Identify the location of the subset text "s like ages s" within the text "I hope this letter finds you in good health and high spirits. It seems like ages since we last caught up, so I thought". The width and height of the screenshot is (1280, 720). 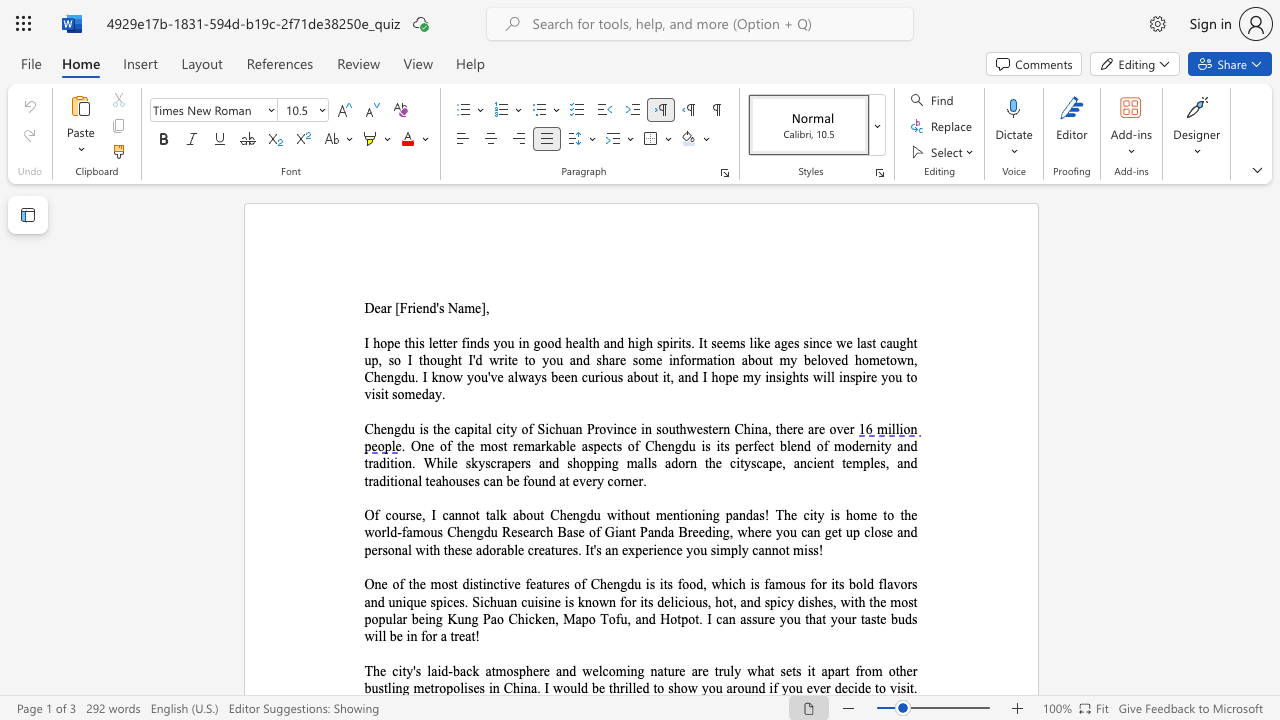
(739, 342).